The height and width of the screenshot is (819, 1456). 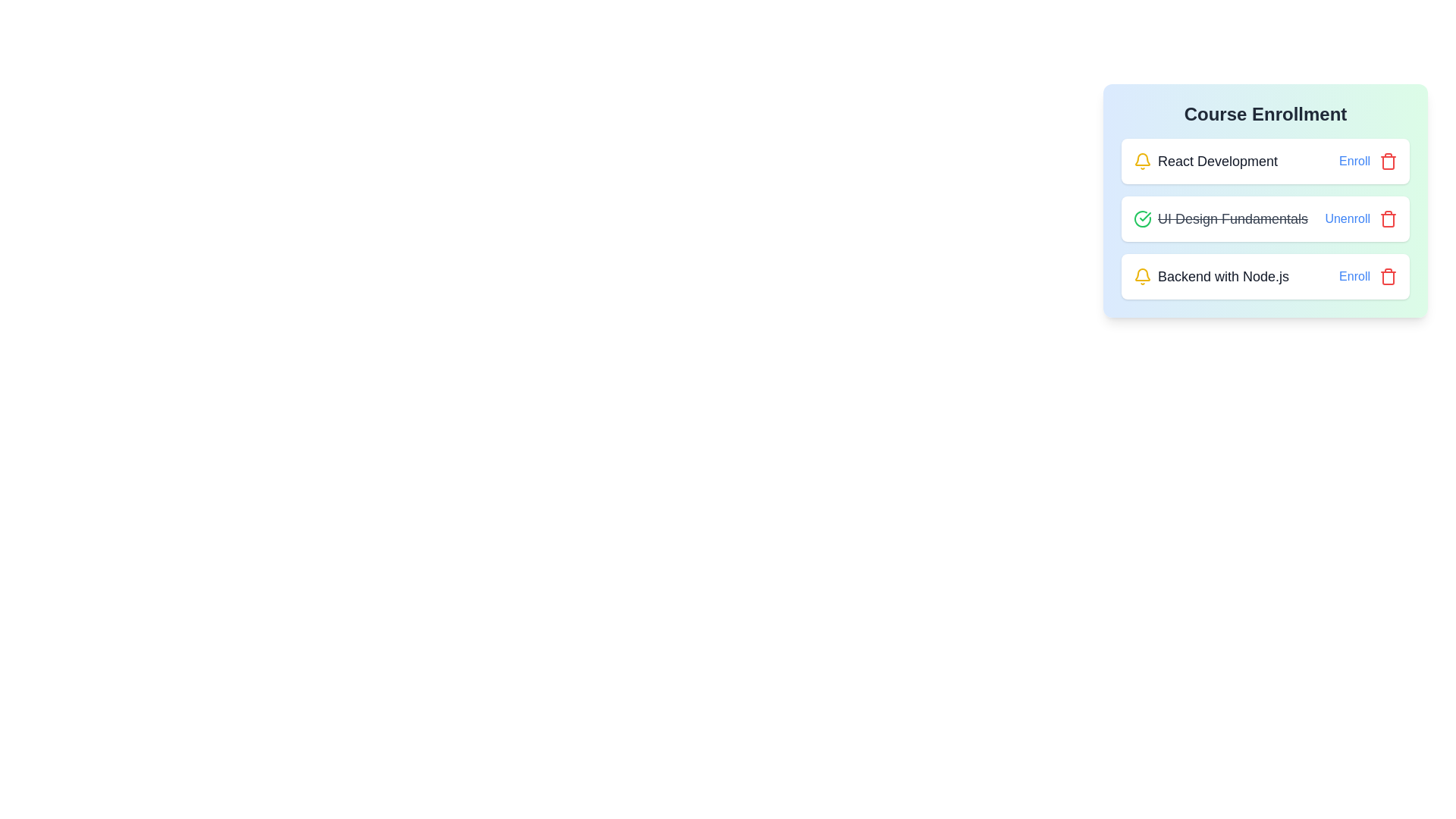 I want to click on the remove button for the course Backend with Node.js, so click(x=1388, y=277).